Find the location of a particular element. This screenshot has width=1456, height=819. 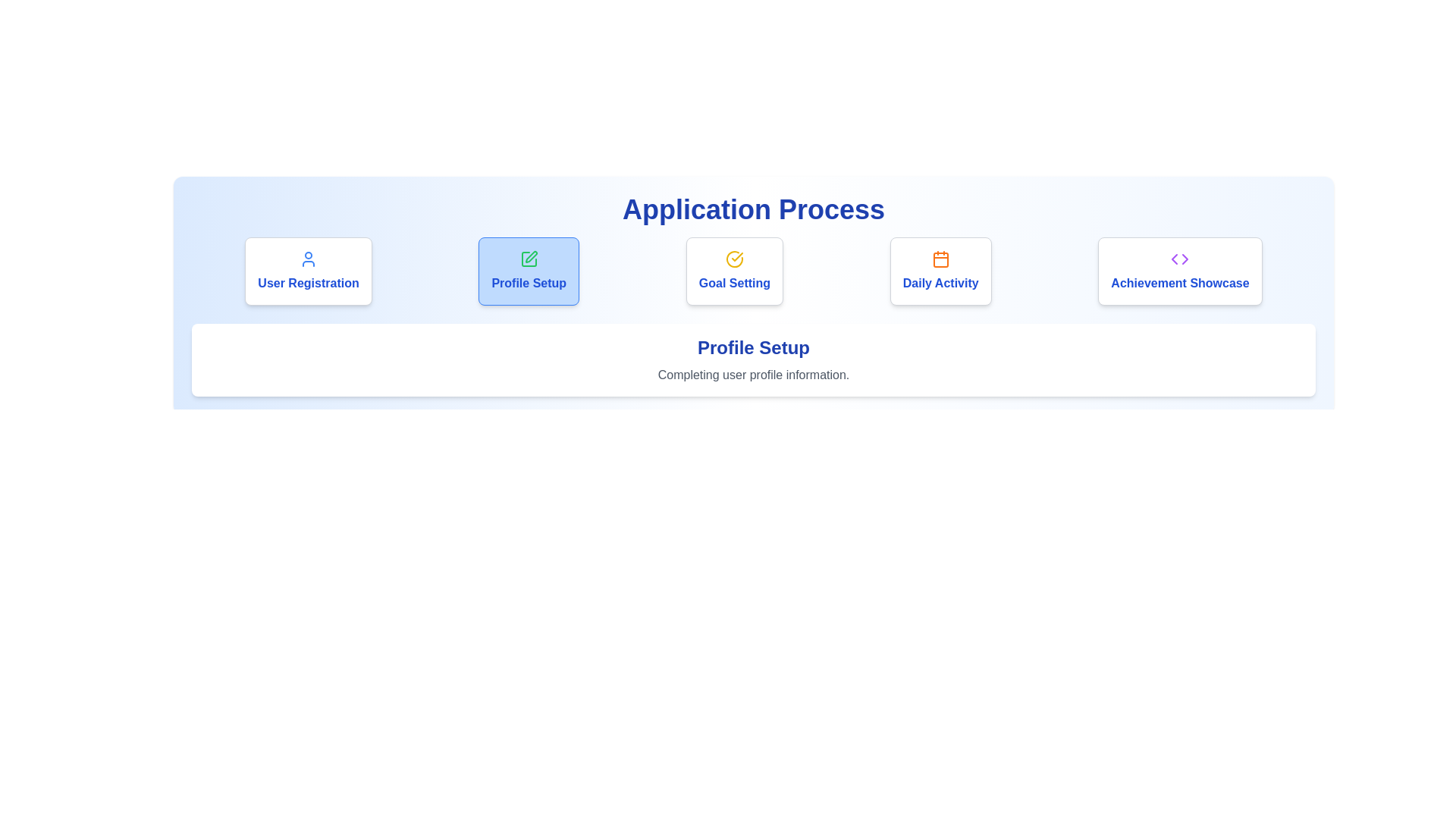

the circular icon with a yellow stroke and a checkmark inside, located in the second card from the left in the sequence of steps for 'Goal Setting' is located at coordinates (734, 259).